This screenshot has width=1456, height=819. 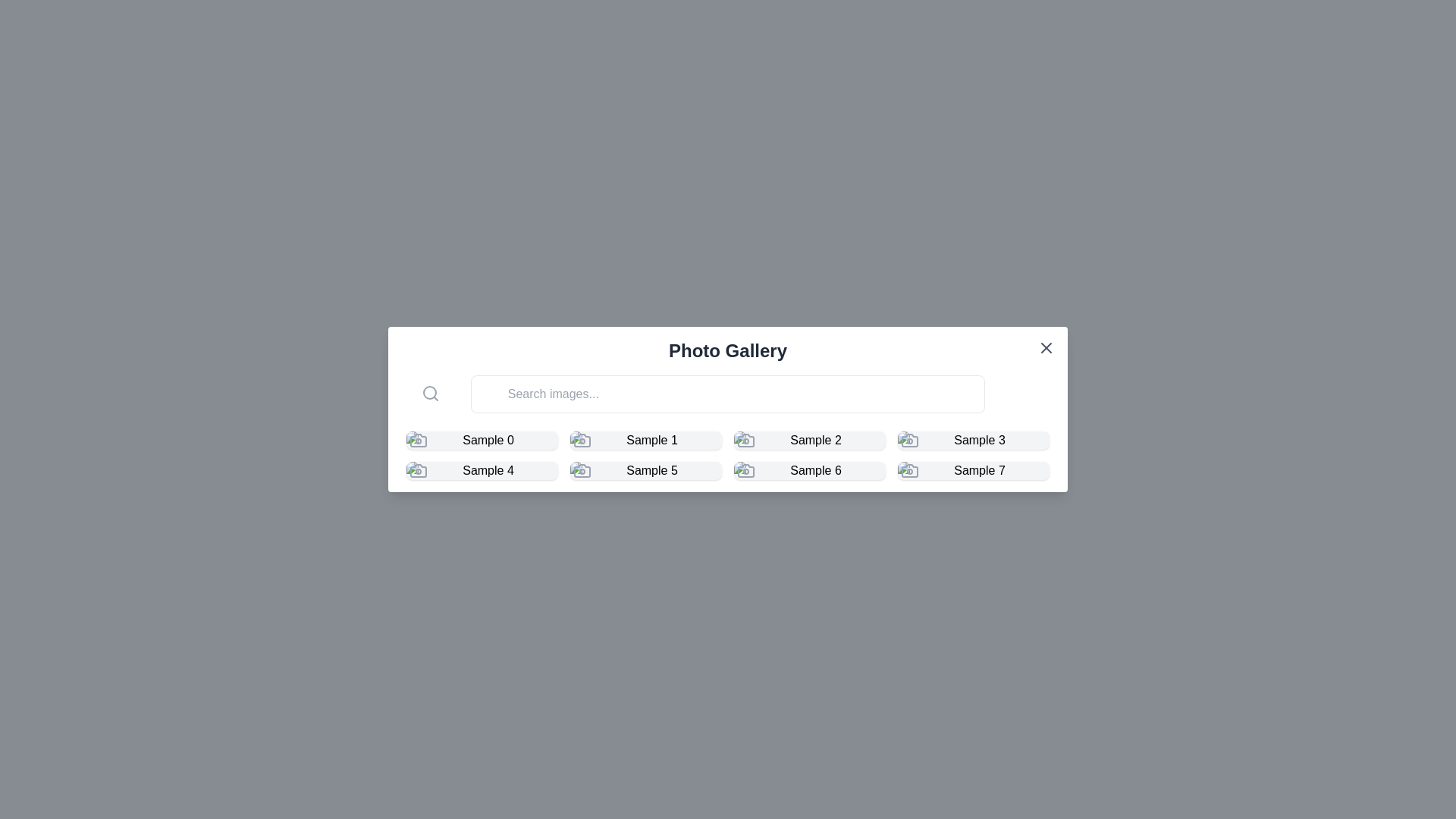 I want to click on the fifth clickable grid item in the photo gallery, so click(x=481, y=470).